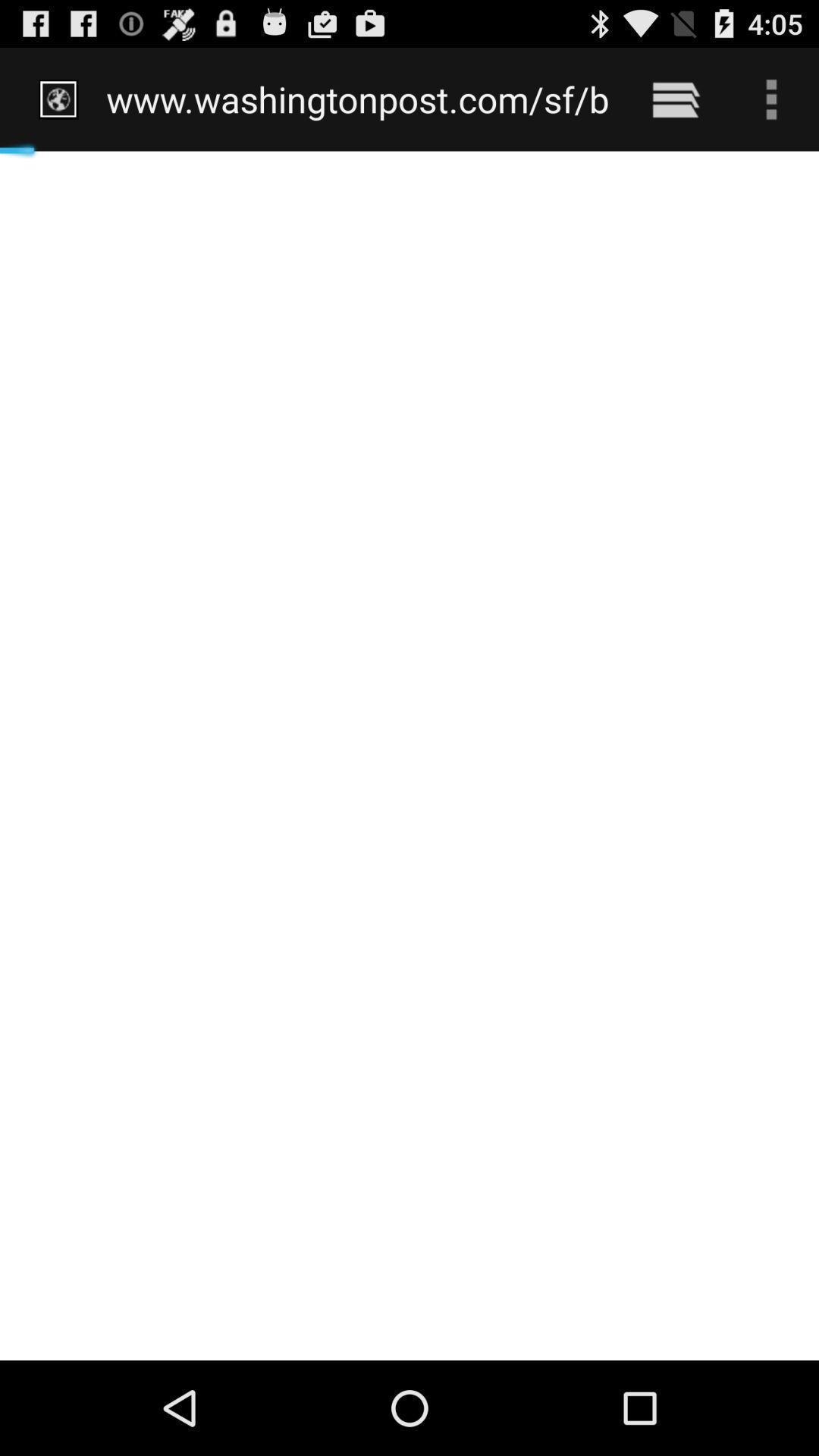 The width and height of the screenshot is (819, 1456). What do you see at coordinates (409, 755) in the screenshot?
I see `item at the center` at bounding box center [409, 755].